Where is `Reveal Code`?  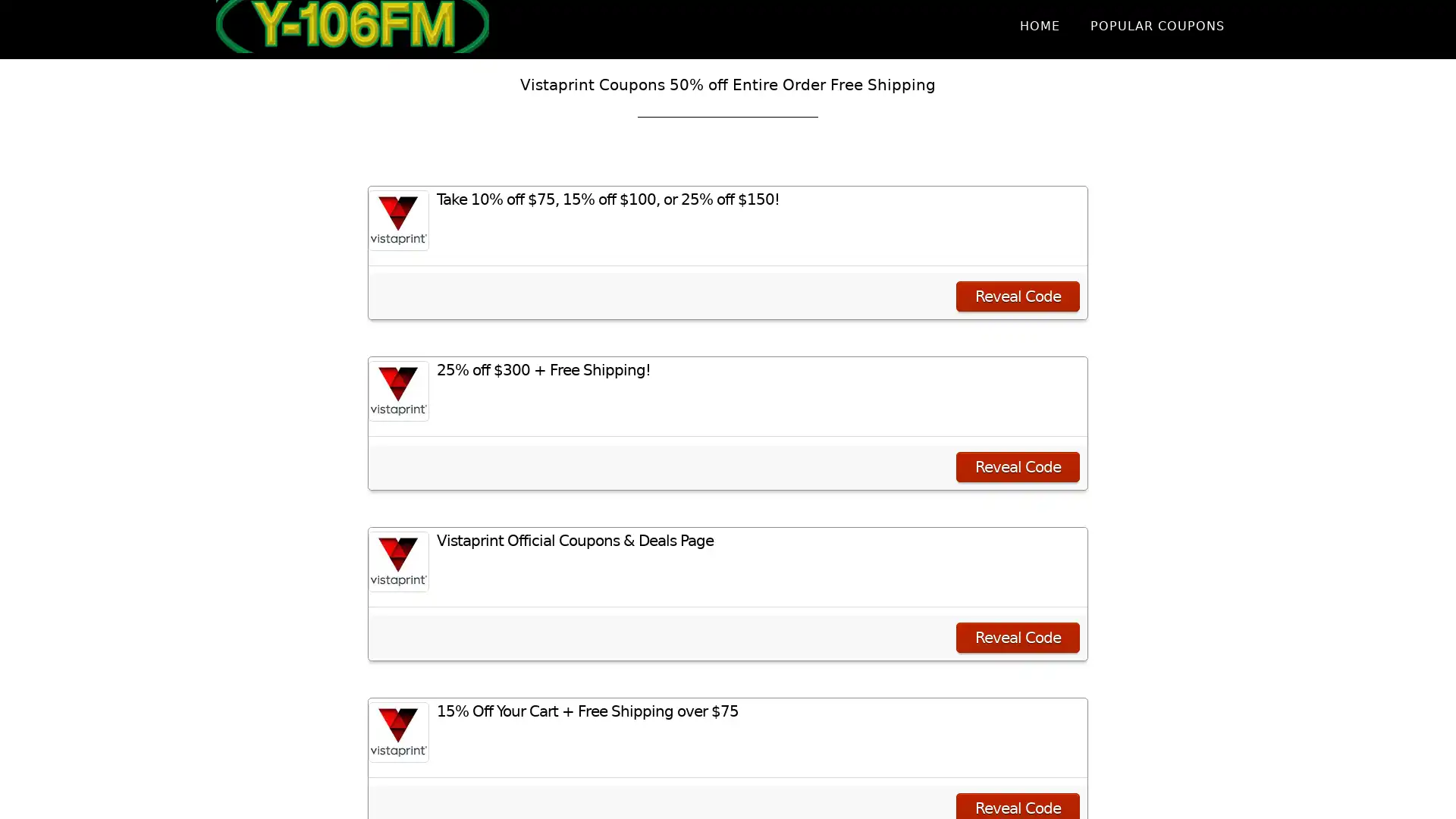
Reveal Code is located at coordinates (1018, 296).